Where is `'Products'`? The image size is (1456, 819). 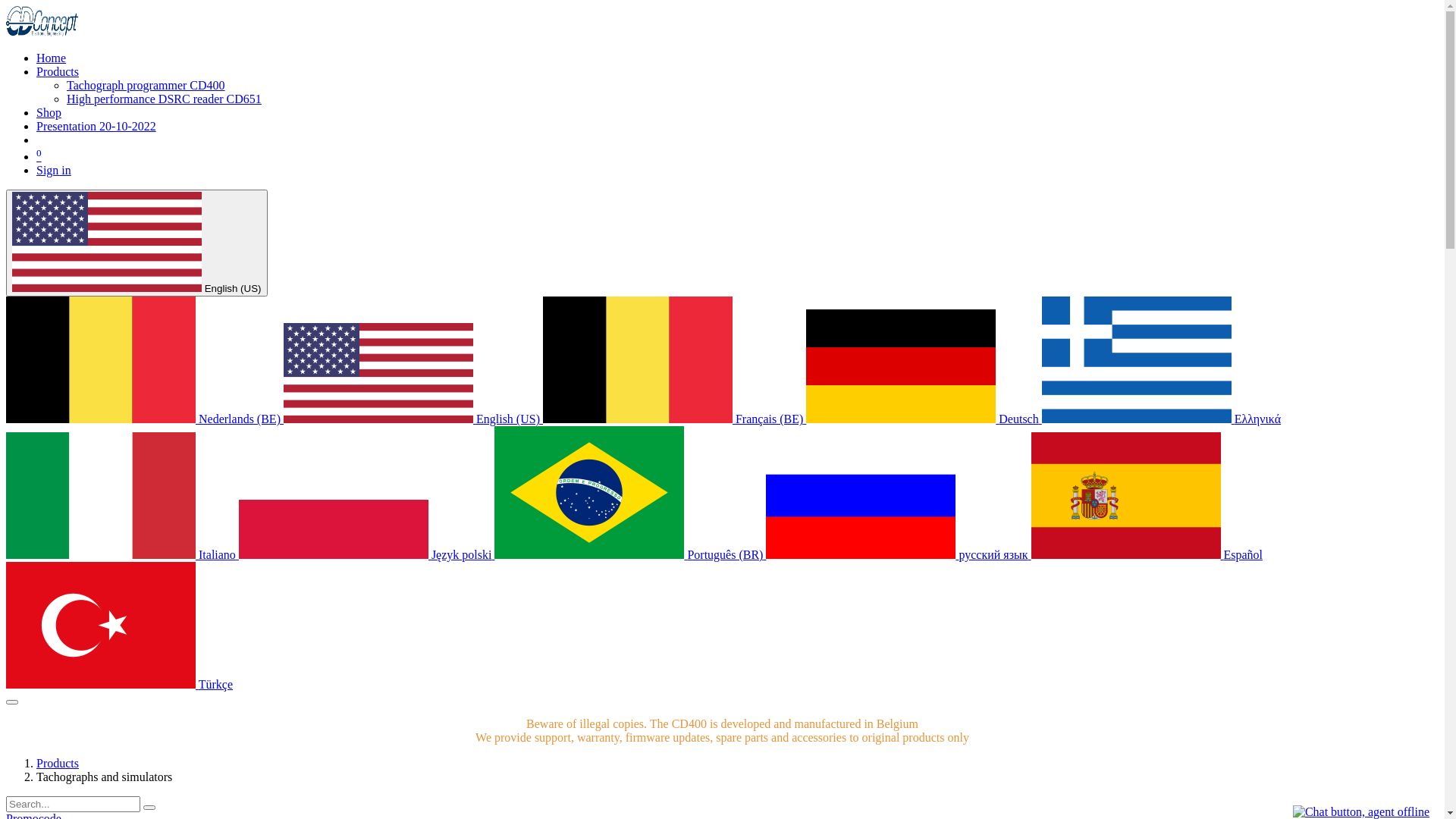 'Products' is located at coordinates (58, 763).